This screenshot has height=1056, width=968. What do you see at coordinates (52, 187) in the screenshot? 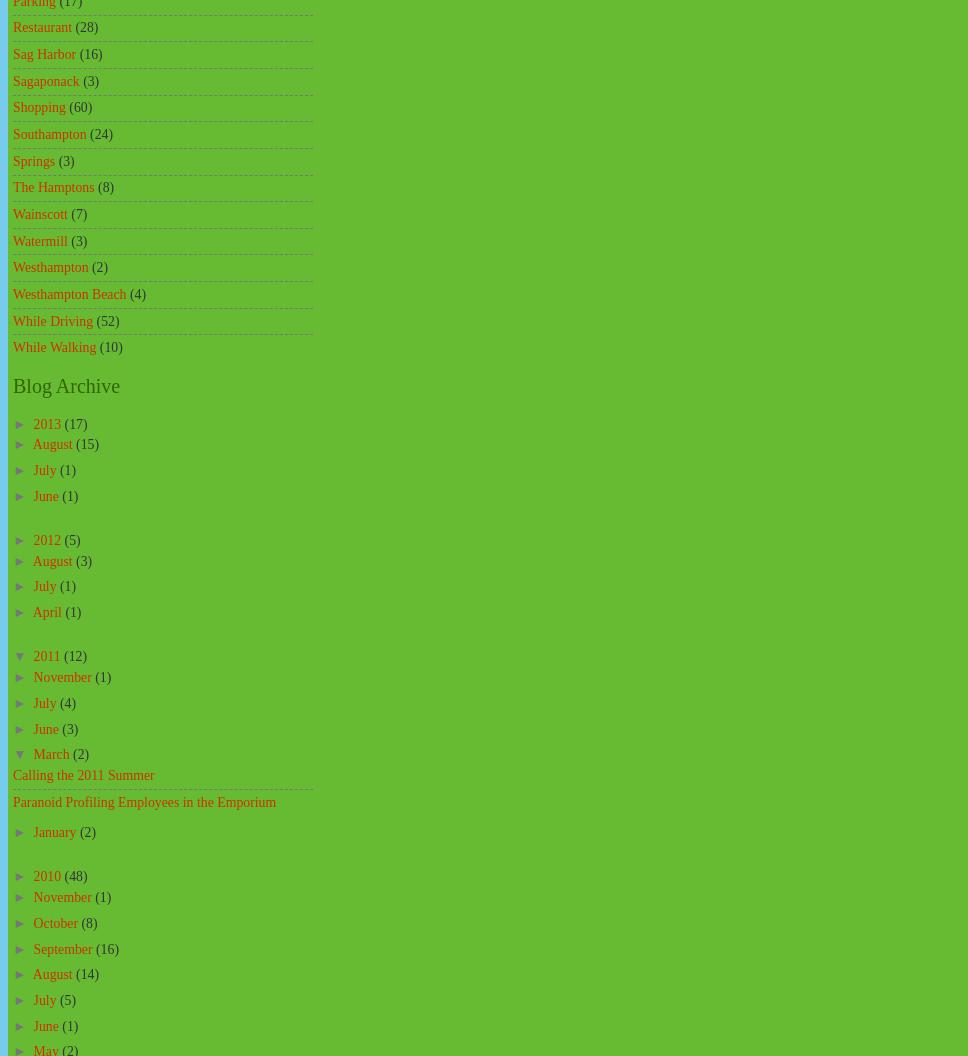
I see `'The Hamptons'` at bounding box center [52, 187].